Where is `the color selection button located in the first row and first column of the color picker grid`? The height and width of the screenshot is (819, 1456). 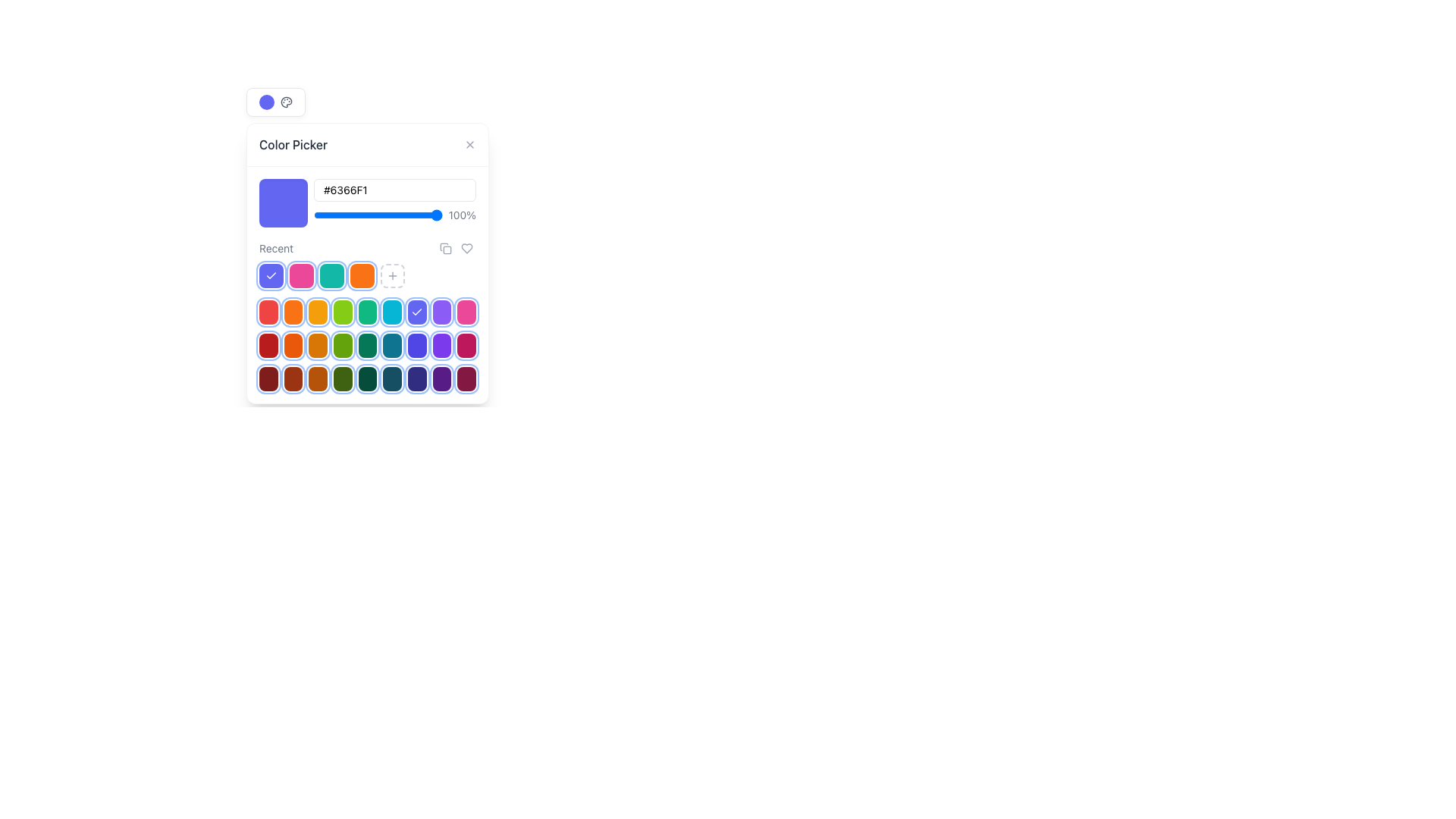
the color selection button located in the first row and first column of the color picker grid is located at coordinates (268, 378).